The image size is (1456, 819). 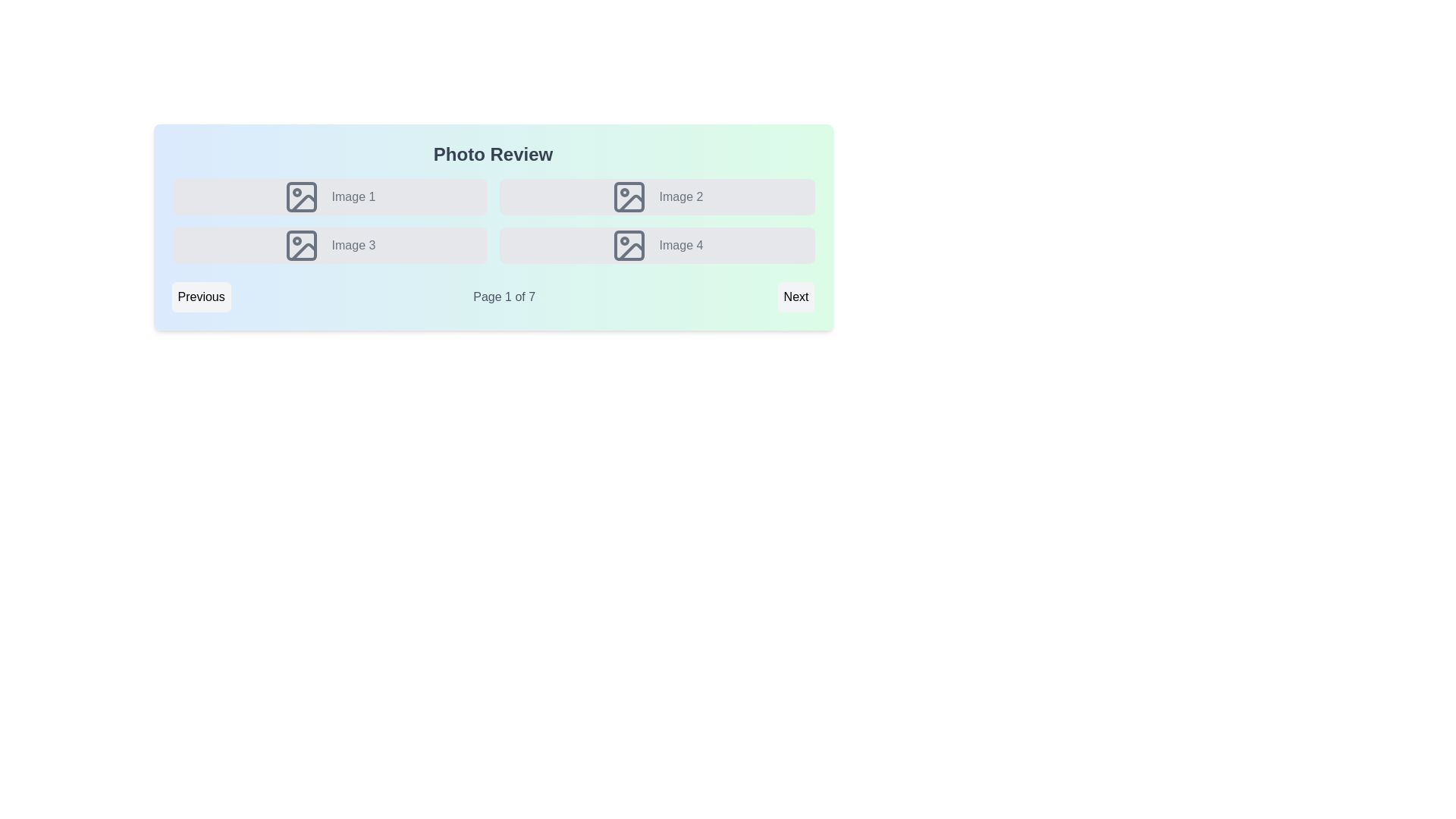 I want to click on the static rectangular shape with rounded corners that serves as a backdrop for an image symbol, located in the top-left position of the grid layout, so click(x=301, y=196).